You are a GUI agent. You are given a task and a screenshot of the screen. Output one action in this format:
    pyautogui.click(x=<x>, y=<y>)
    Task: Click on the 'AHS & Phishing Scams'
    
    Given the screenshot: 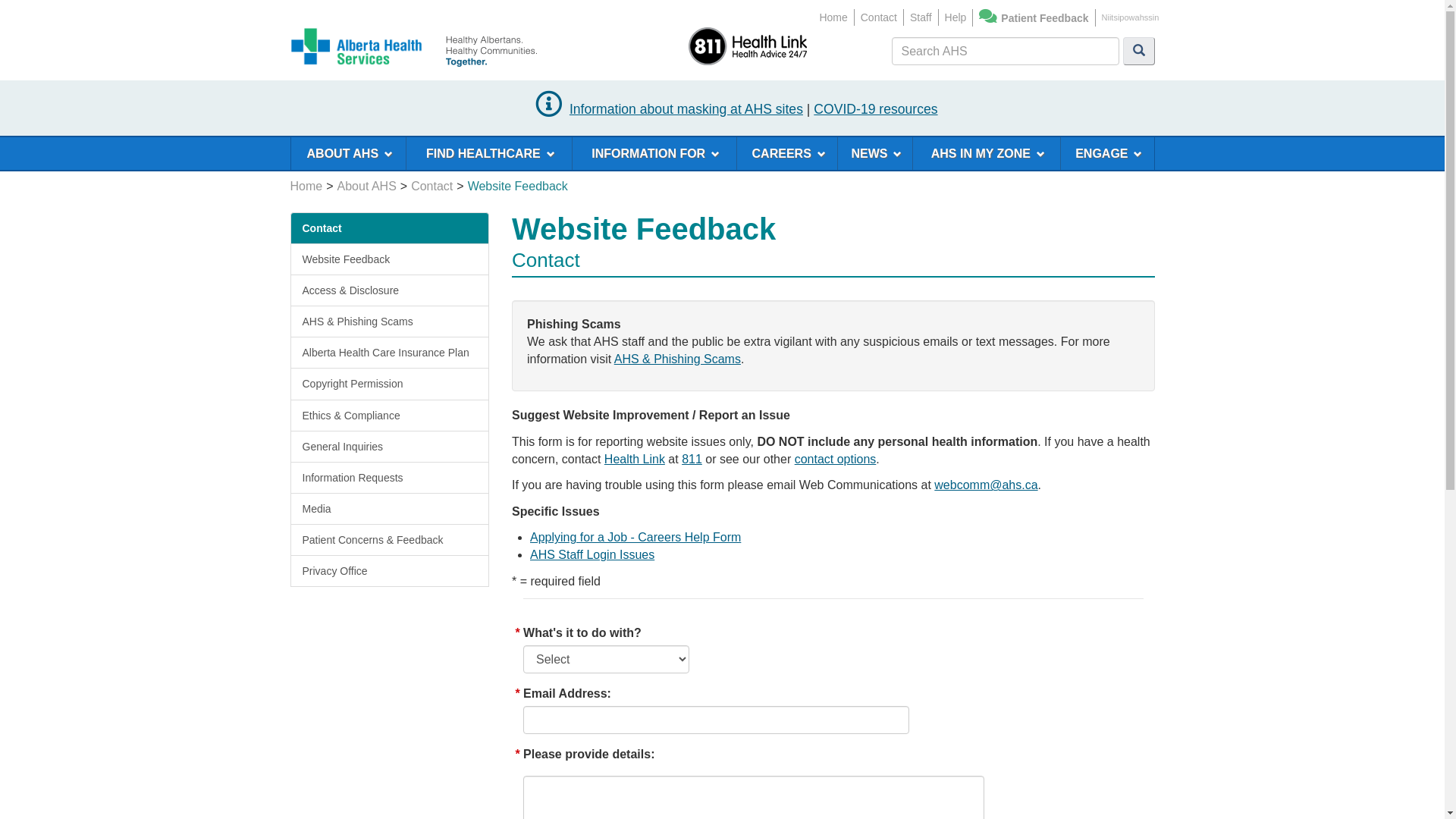 What is the action you would take?
    pyautogui.click(x=614, y=359)
    